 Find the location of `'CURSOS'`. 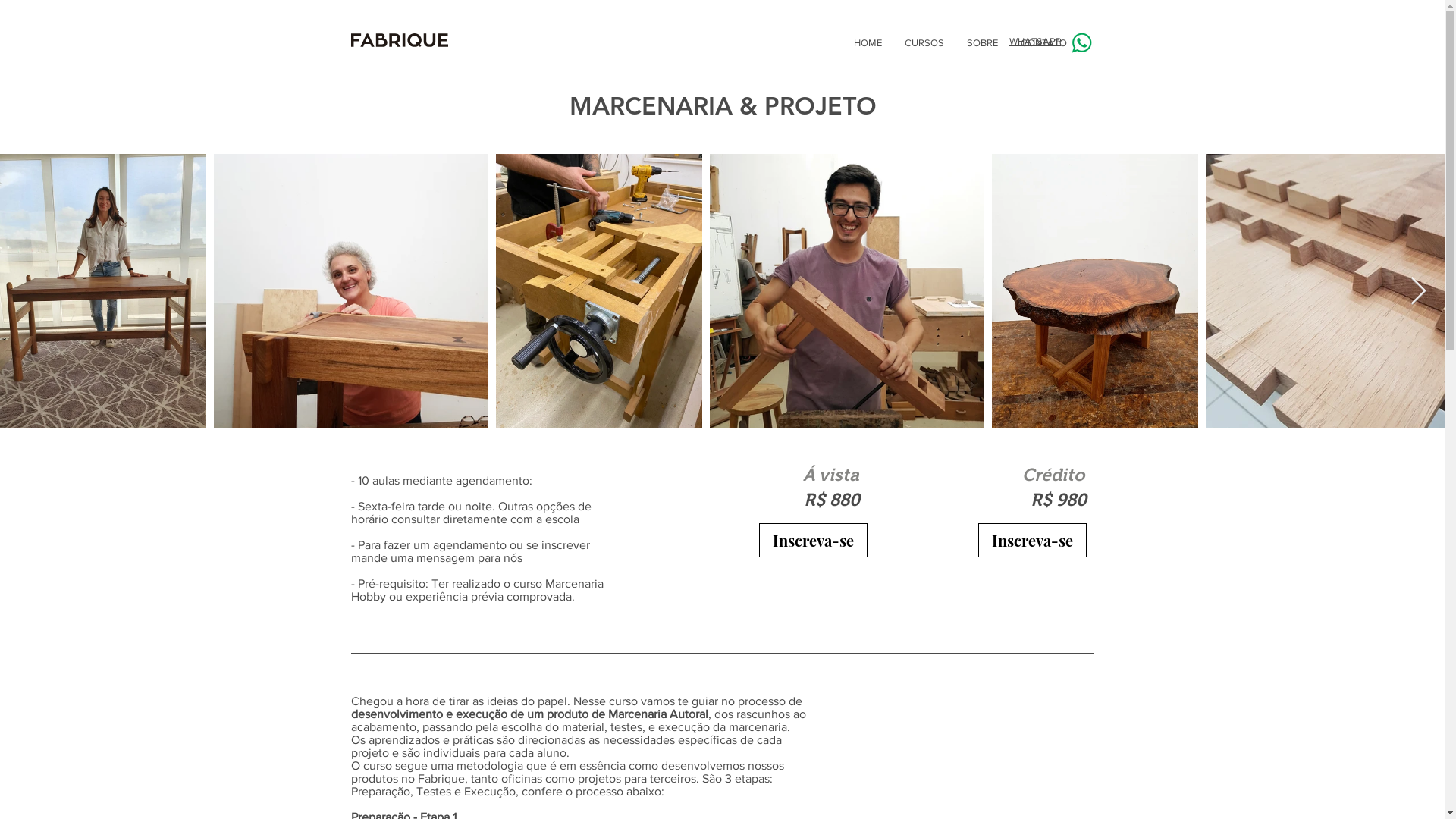

'CURSOS' is located at coordinates (924, 42).